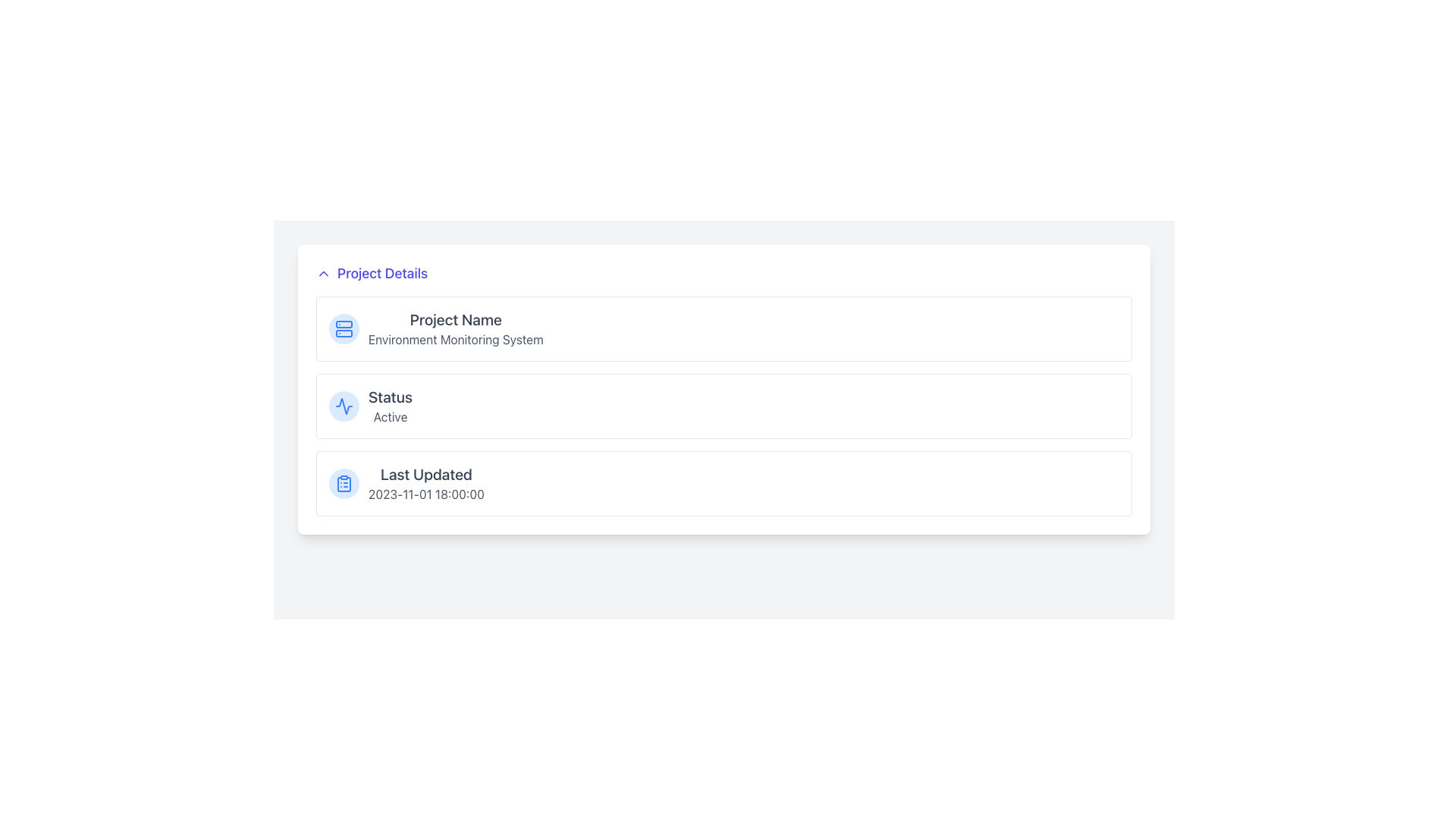 Image resolution: width=1456 pixels, height=819 pixels. What do you see at coordinates (390, 417) in the screenshot?
I see `text label displaying the word 'Active' located next to the 'Status' label in the 'Project Details' card` at bounding box center [390, 417].